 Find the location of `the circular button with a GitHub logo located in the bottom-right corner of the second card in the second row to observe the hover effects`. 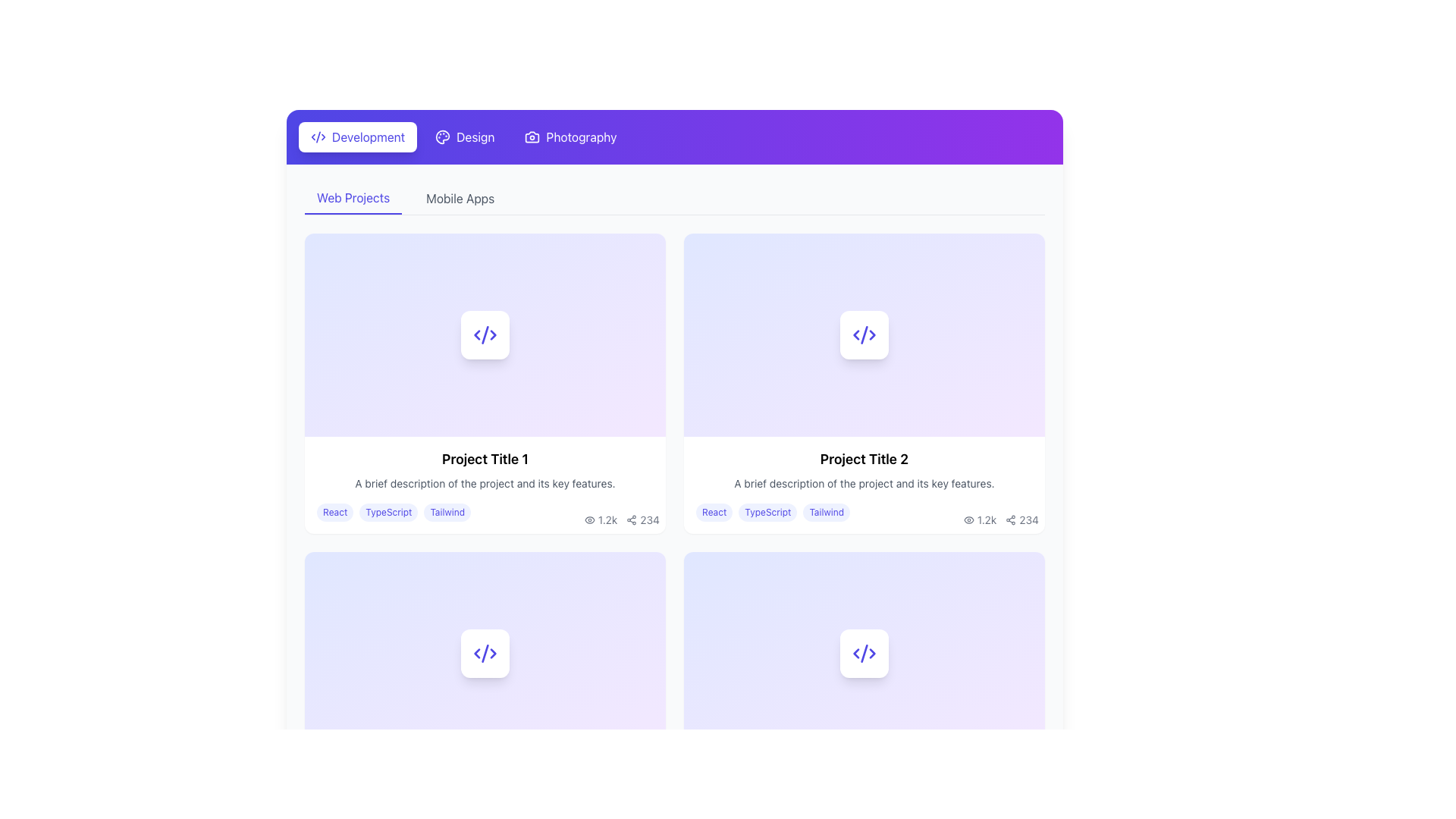

the circular button with a GitHub logo located in the bottom-right corner of the second card in the second row to observe the hover effects is located at coordinates (996, 570).